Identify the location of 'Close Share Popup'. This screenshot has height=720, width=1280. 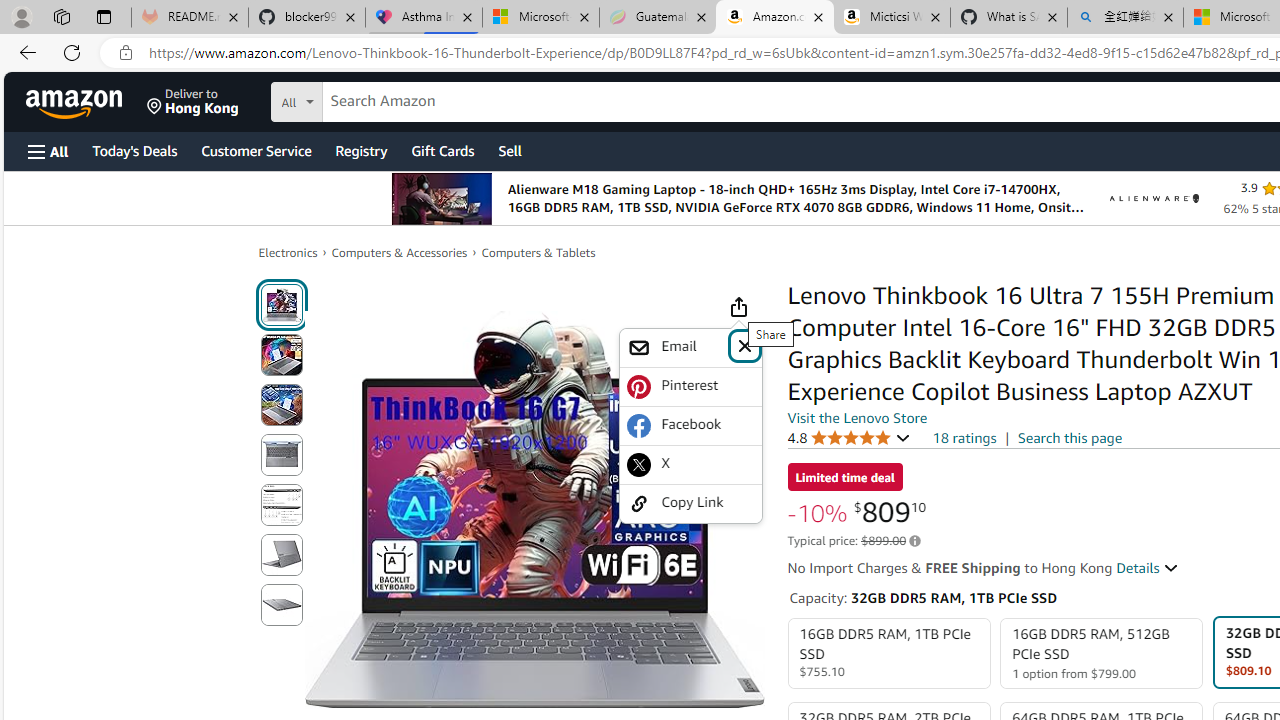
(743, 344).